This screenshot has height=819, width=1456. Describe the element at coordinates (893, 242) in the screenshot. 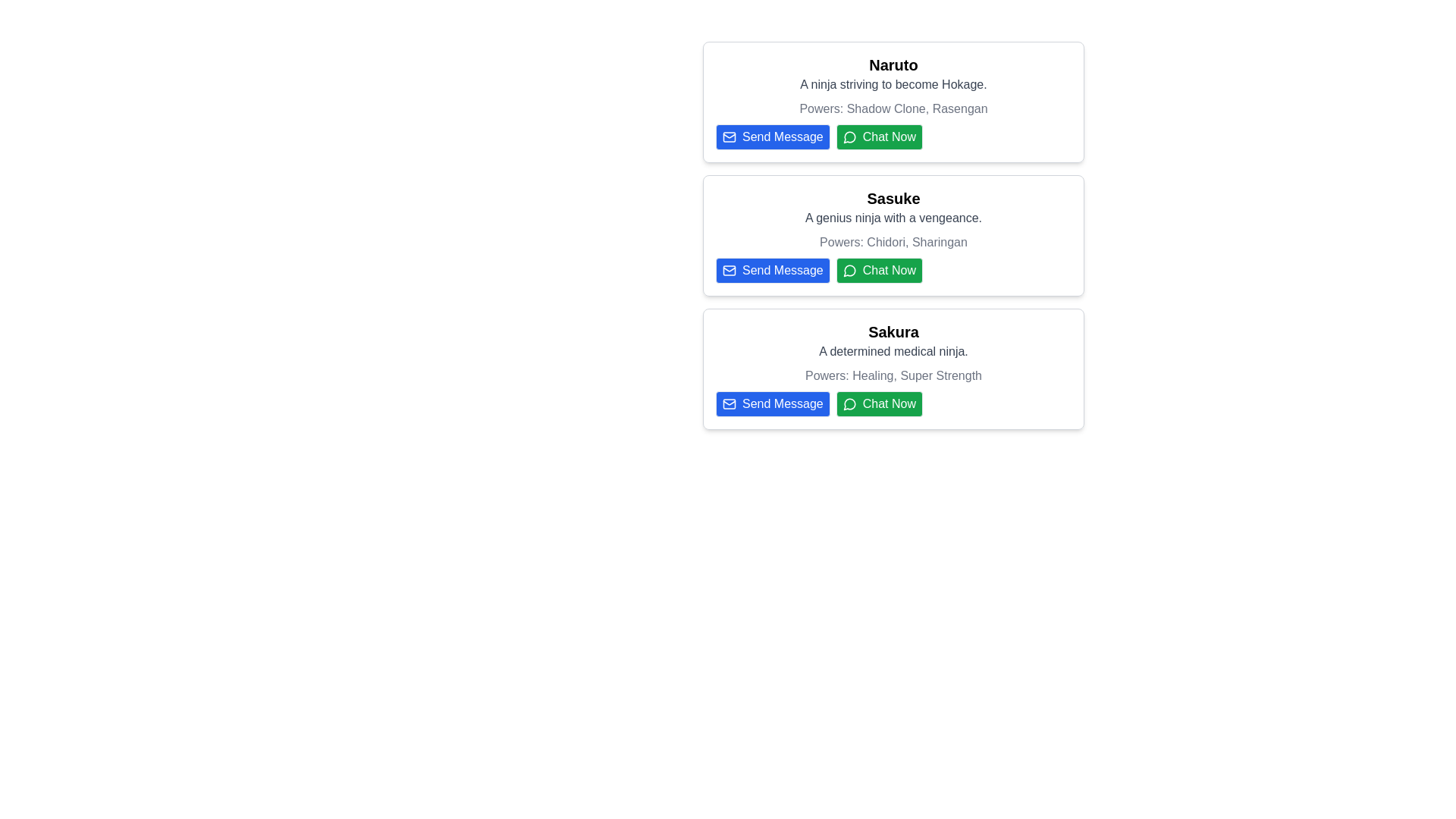

I see `the text 'Powers: Chidori, Sharingan' displayed in a smaller, gray font within the middle card of the vertically-arranged list, directly below the title 'Sasuke' and the description 'A genius ninja with a vengeance.' for copying` at that location.